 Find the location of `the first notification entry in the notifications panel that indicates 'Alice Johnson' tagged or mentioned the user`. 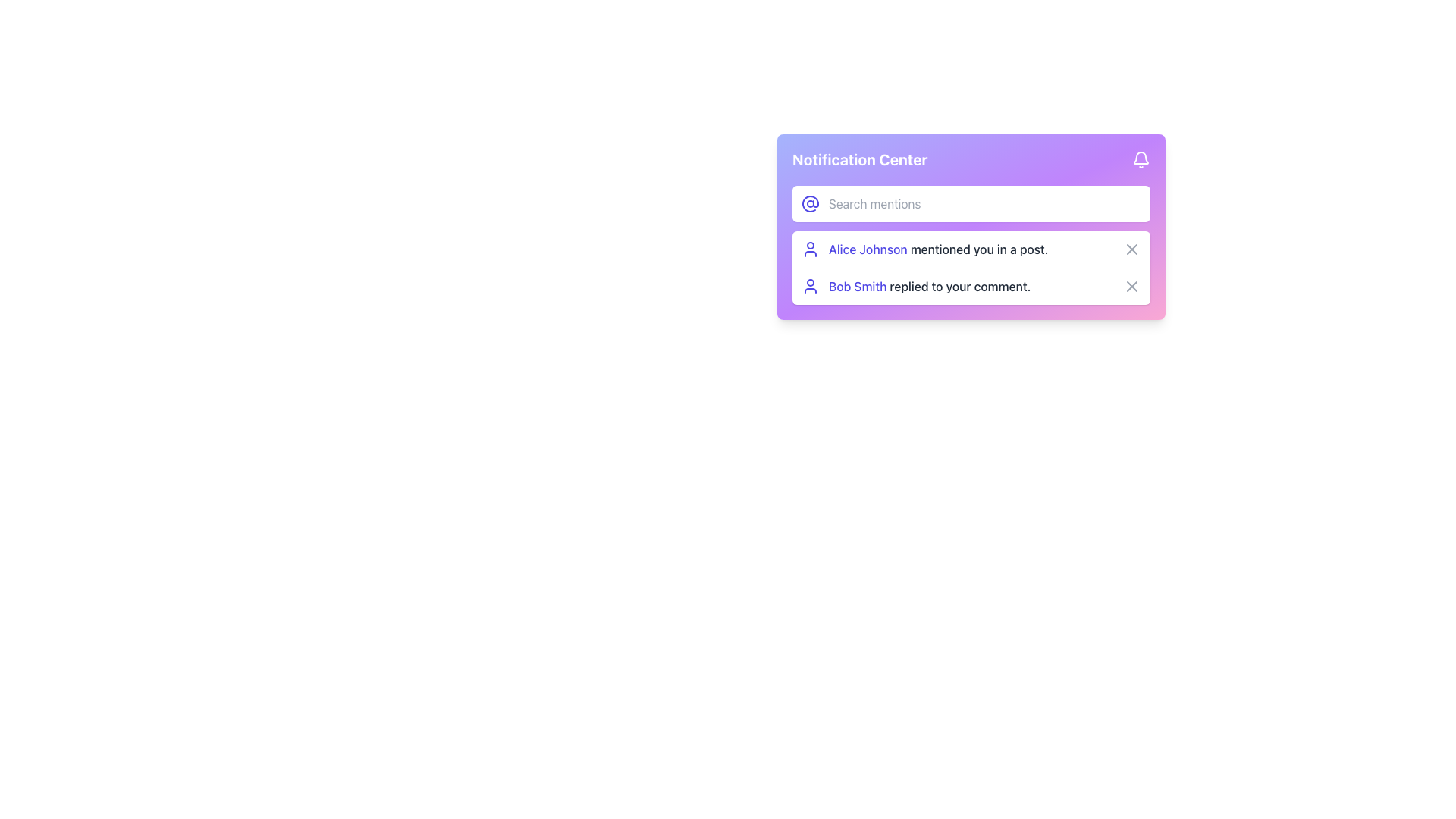

the first notification entry in the notifications panel that indicates 'Alice Johnson' tagged or mentioned the user is located at coordinates (971, 248).